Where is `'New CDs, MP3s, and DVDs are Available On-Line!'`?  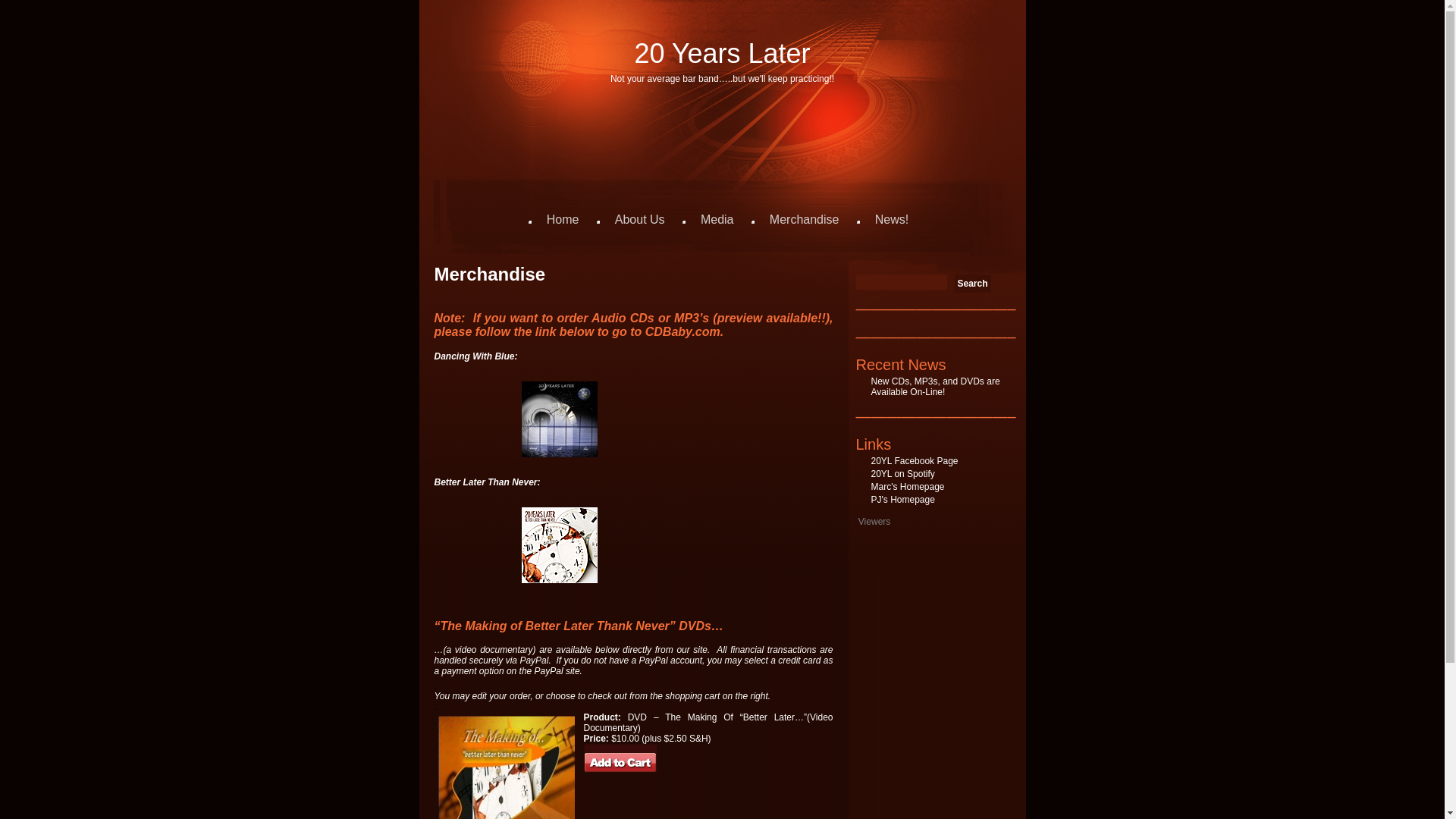
'New CDs, MP3s, and DVDs are Available On-Line!' is located at coordinates (934, 385).